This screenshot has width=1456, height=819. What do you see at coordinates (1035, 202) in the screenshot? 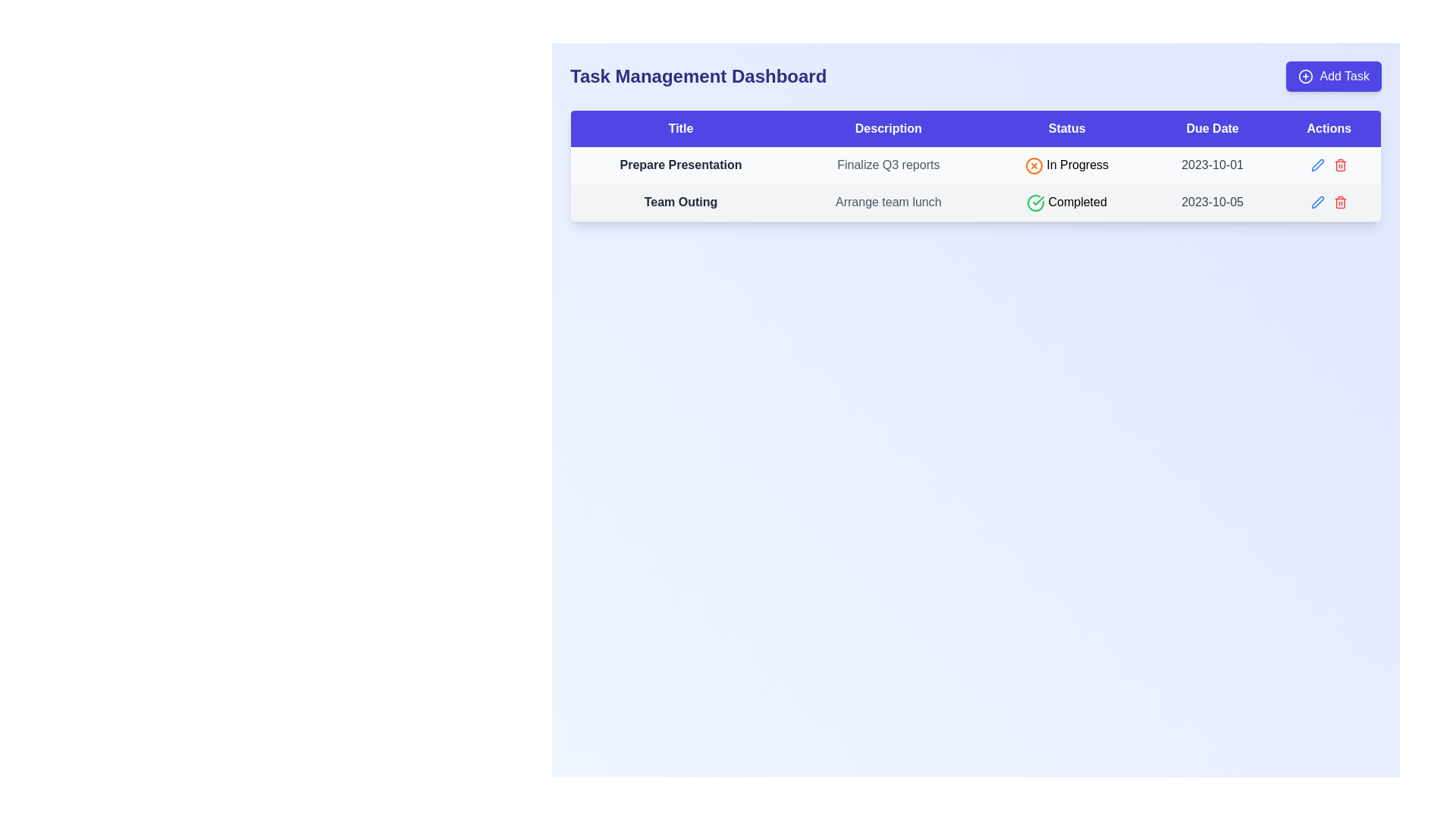
I see `the circular icon with a green border and a checkmark inside, indicating successful completion, located in the 'Status' column of the second row in the dashboard` at bounding box center [1035, 202].